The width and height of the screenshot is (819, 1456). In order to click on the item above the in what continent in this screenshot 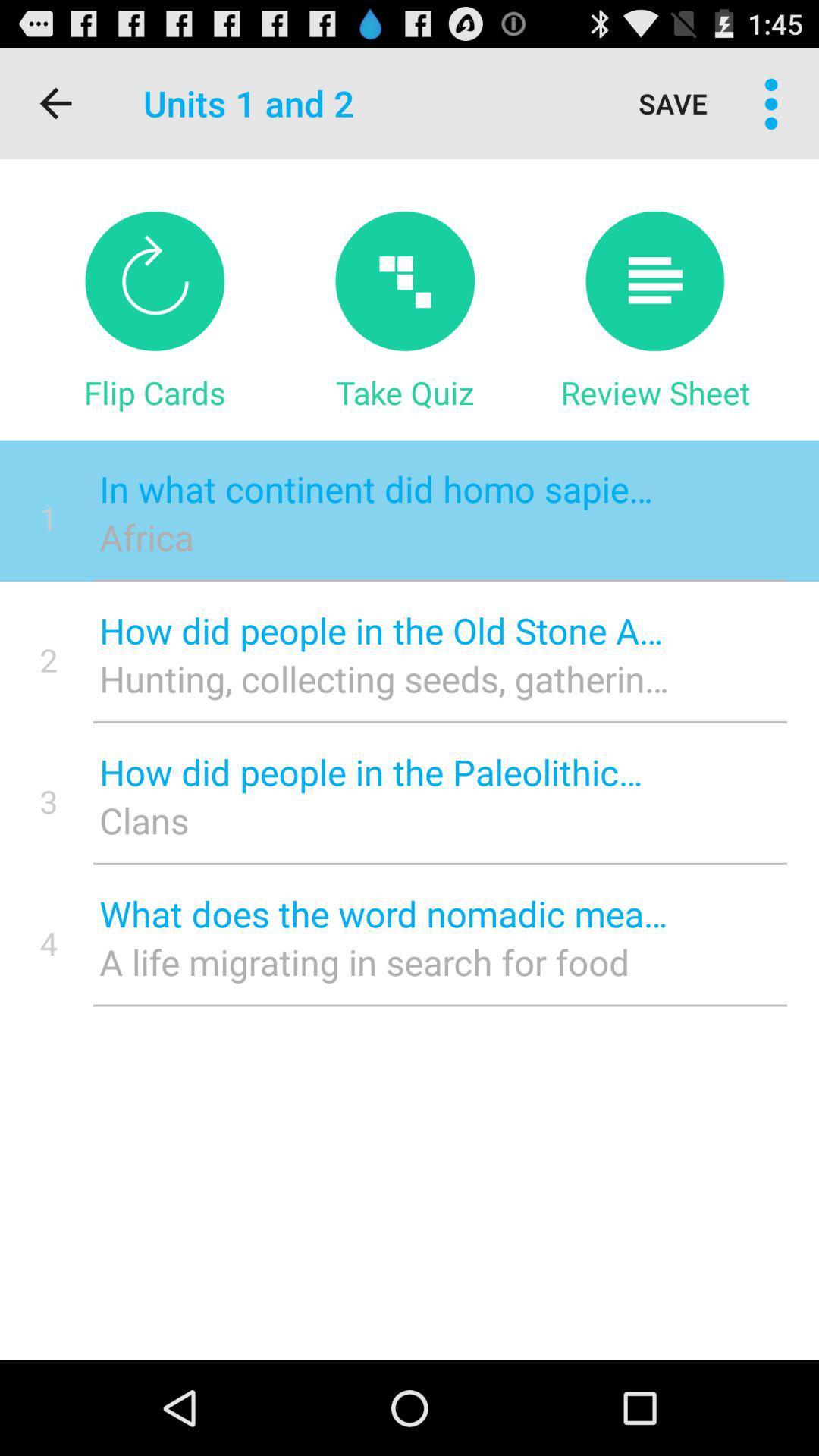, I will do `click(654, 392)`.